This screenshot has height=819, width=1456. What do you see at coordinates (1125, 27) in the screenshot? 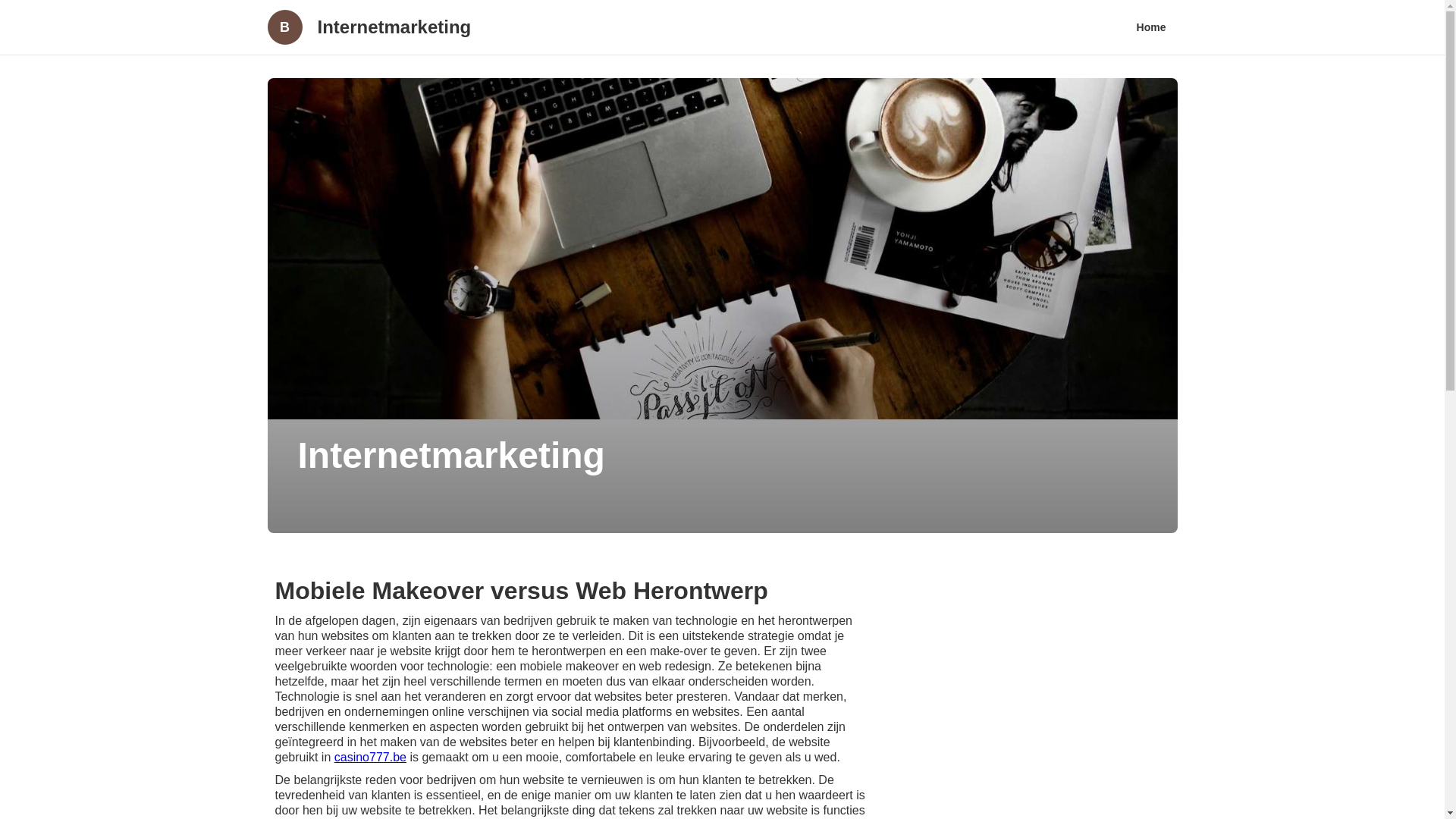
I see `'Home'` at bounding box center [1125, 27].